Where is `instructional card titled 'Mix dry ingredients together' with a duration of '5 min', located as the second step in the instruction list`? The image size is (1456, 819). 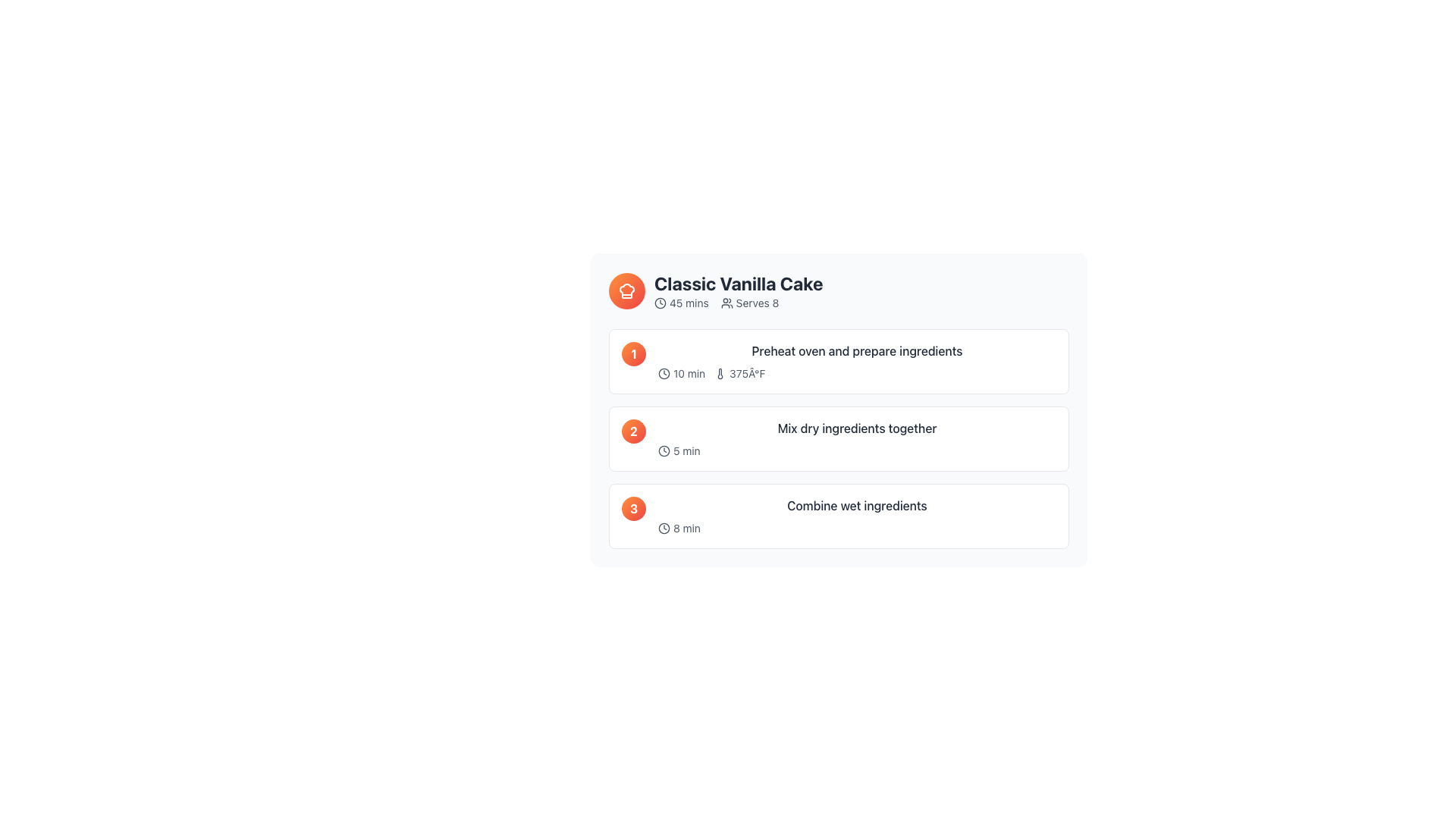
instructional card titled 'Mix dry ingredients together' with a duration of '5 min', located as the second step in the instruction list is located at coordinates (857, 438).